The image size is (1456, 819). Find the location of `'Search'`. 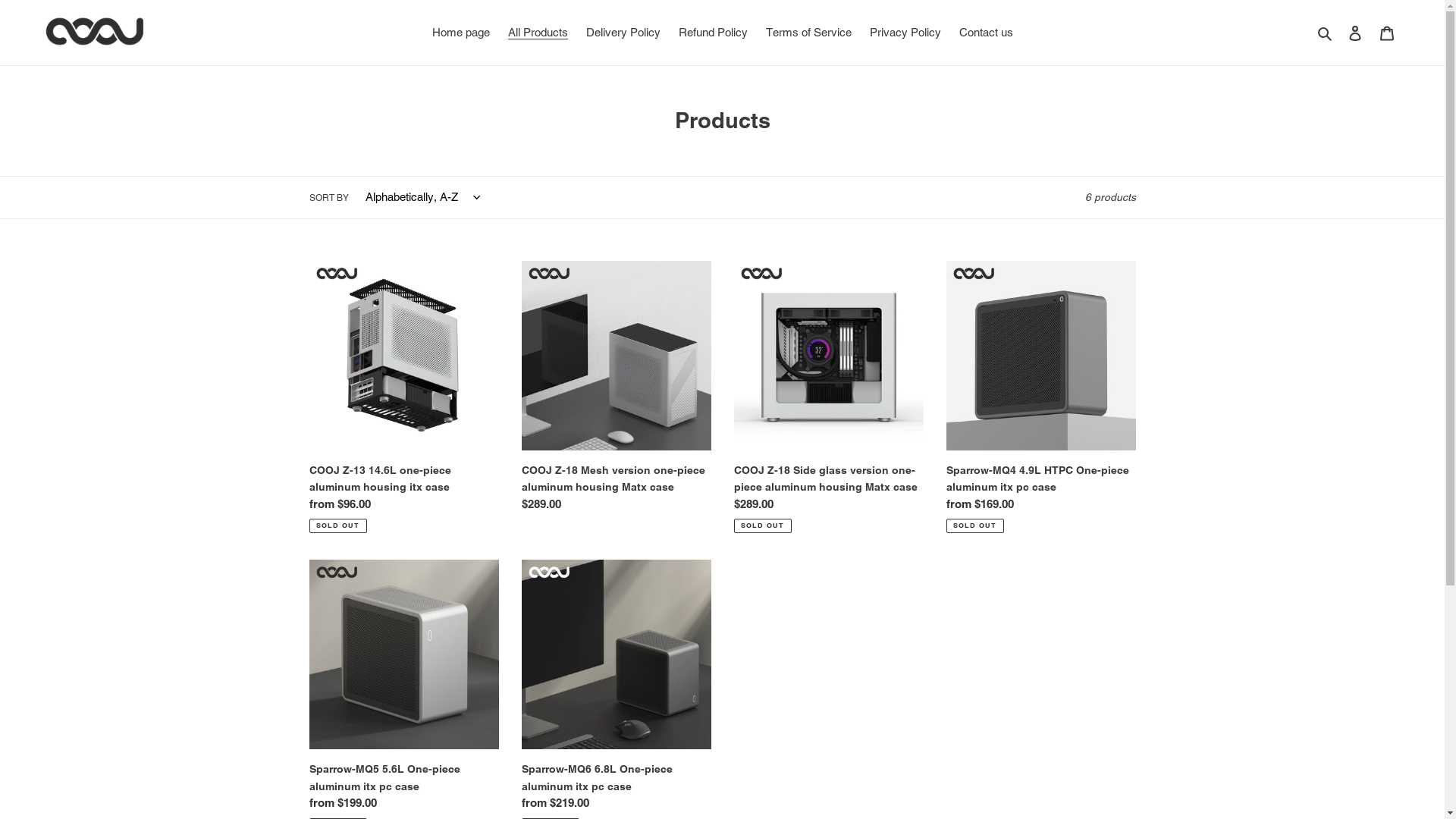

'Search' is located at coordinates (1325, 33).